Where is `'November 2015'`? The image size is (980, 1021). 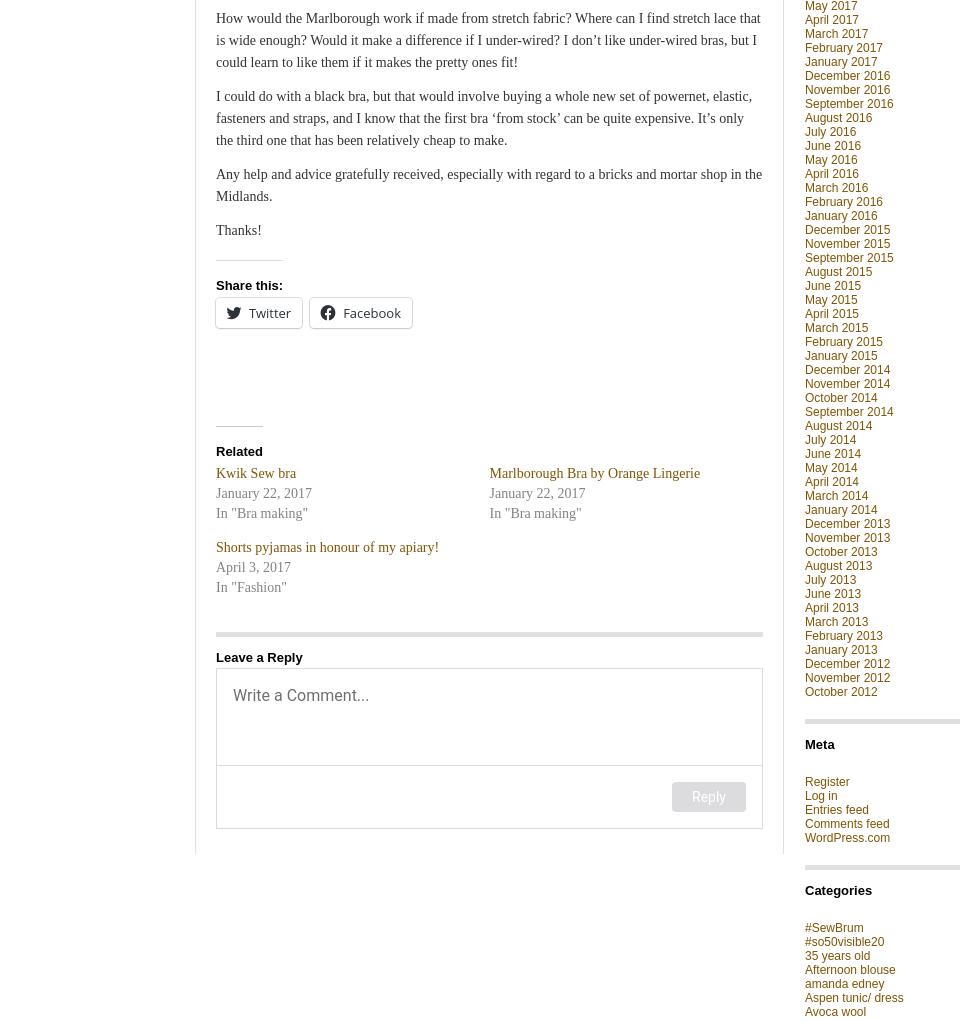
'November 2015' is located at coordinates (847, 241).